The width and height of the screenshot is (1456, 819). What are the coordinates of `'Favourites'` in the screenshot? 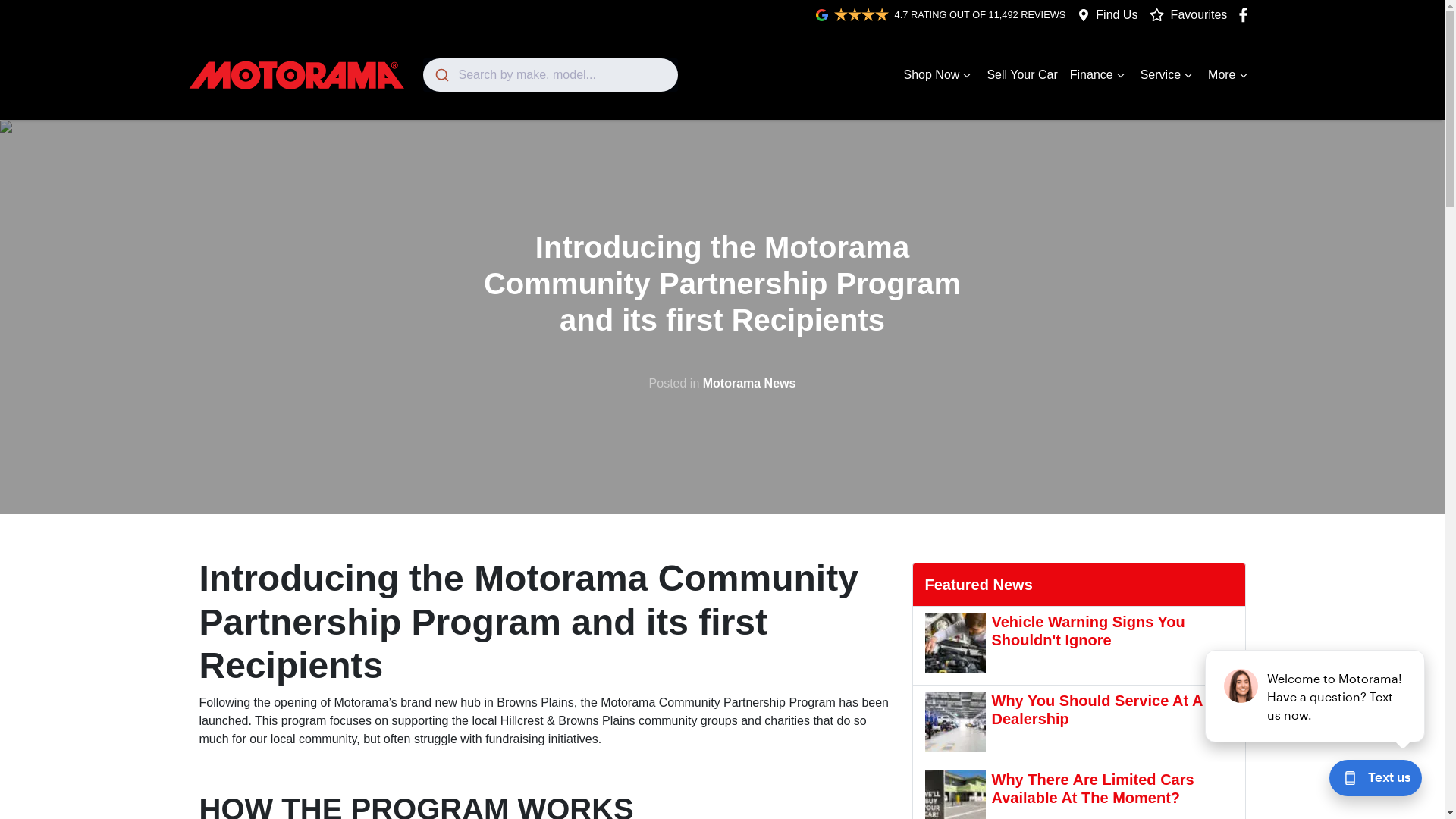 It's located at (1150, 14).